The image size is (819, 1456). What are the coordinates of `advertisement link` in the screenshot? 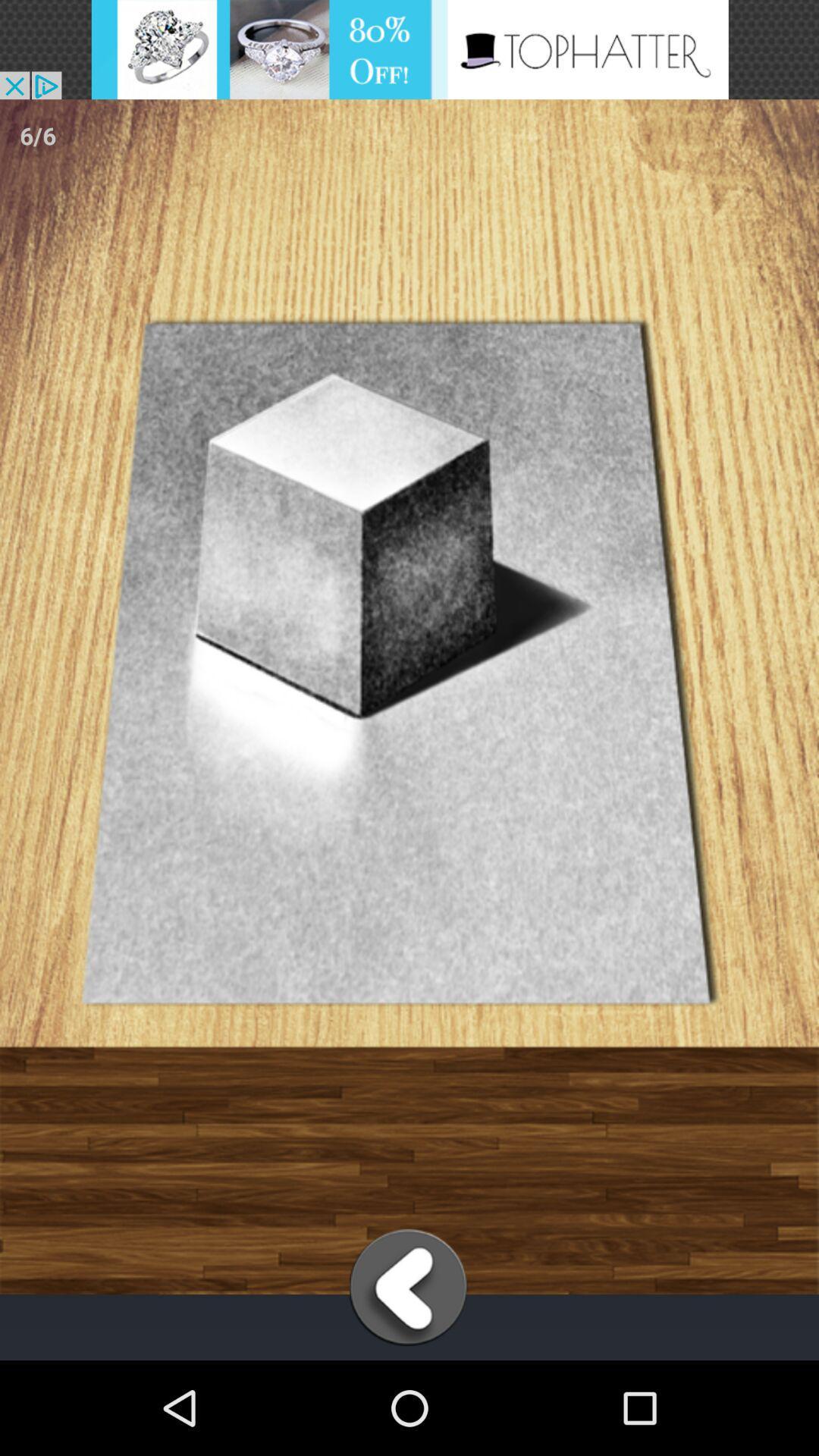 It's located at (409, 49).